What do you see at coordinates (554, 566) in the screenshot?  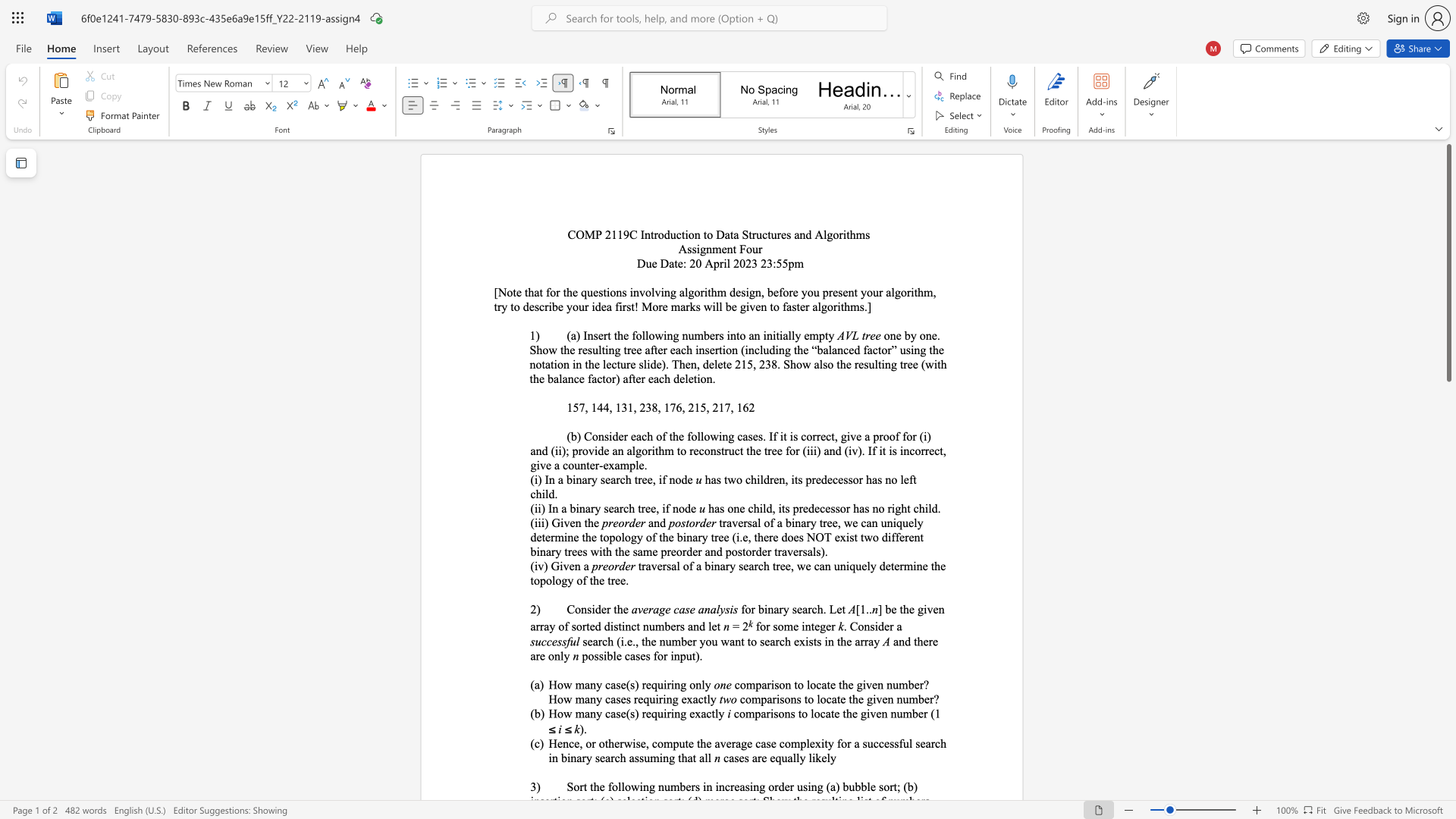 I see `the 1th character "G" in the text` at bounding box center [554, 566].